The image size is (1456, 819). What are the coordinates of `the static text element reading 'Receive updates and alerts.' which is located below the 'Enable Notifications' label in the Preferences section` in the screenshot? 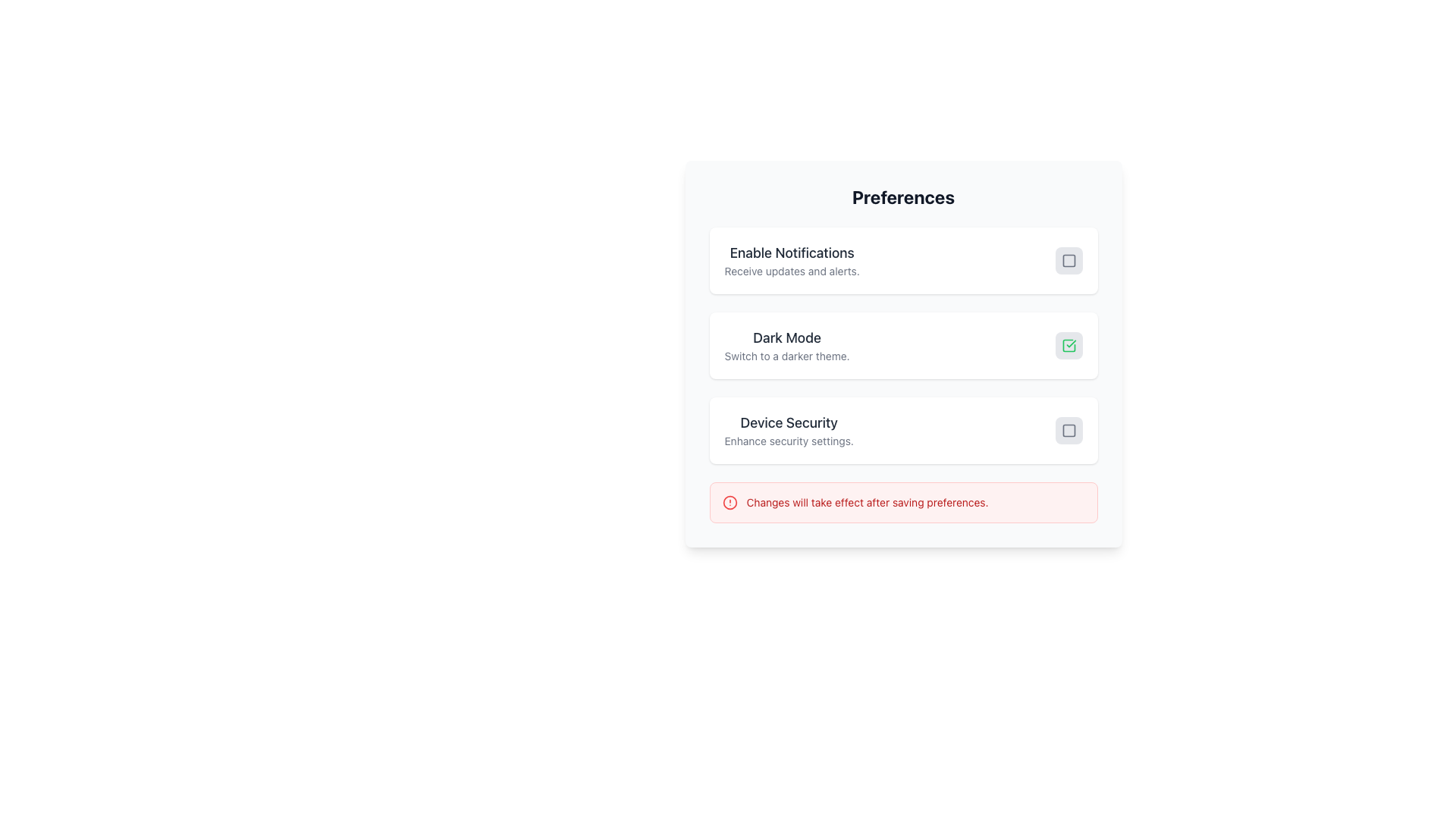 It's located at (791, 271).